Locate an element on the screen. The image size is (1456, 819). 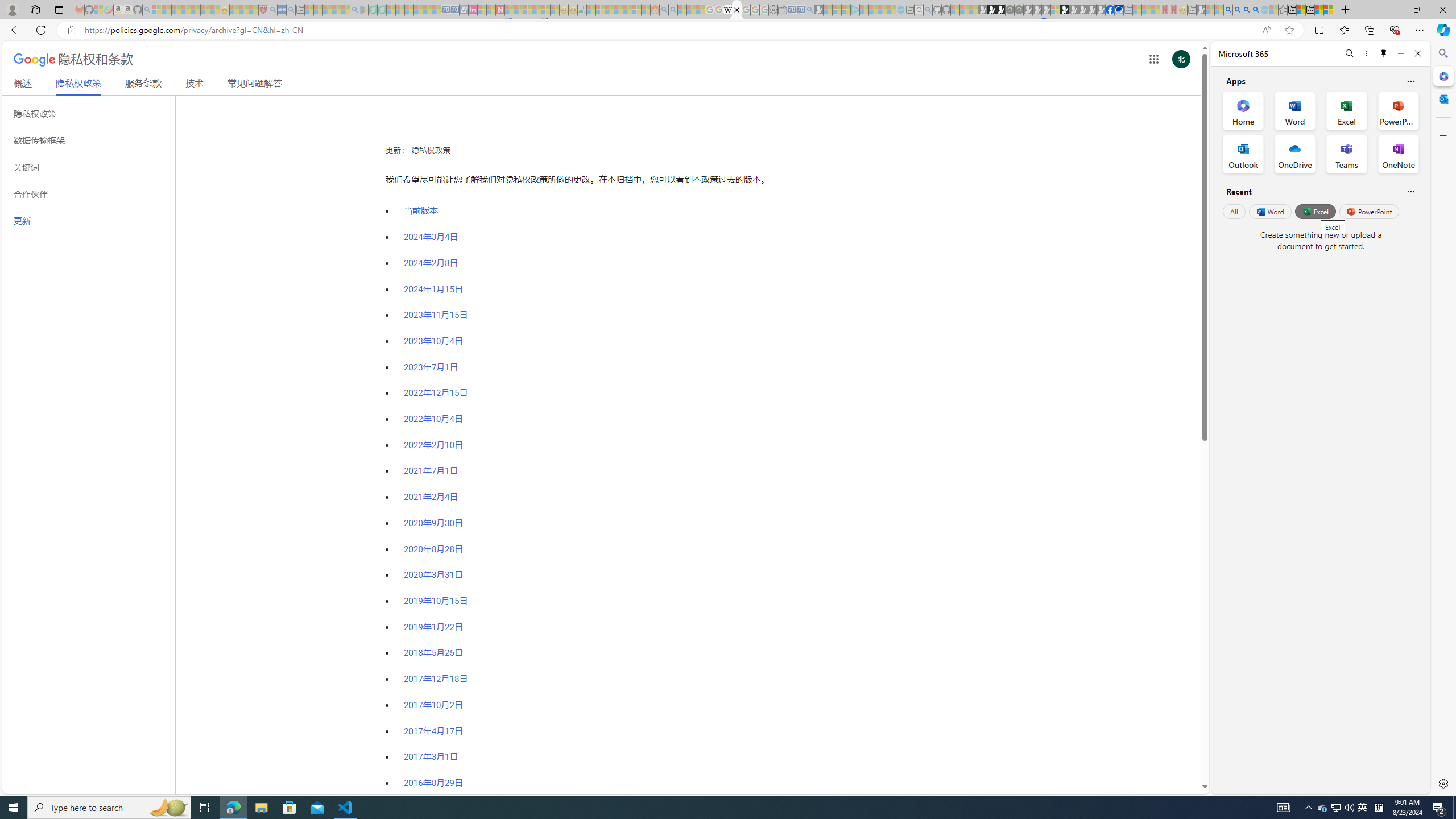
'Cheap Car Rentals - Save70.com - Sleeping' is located at coordinates (800, 9).